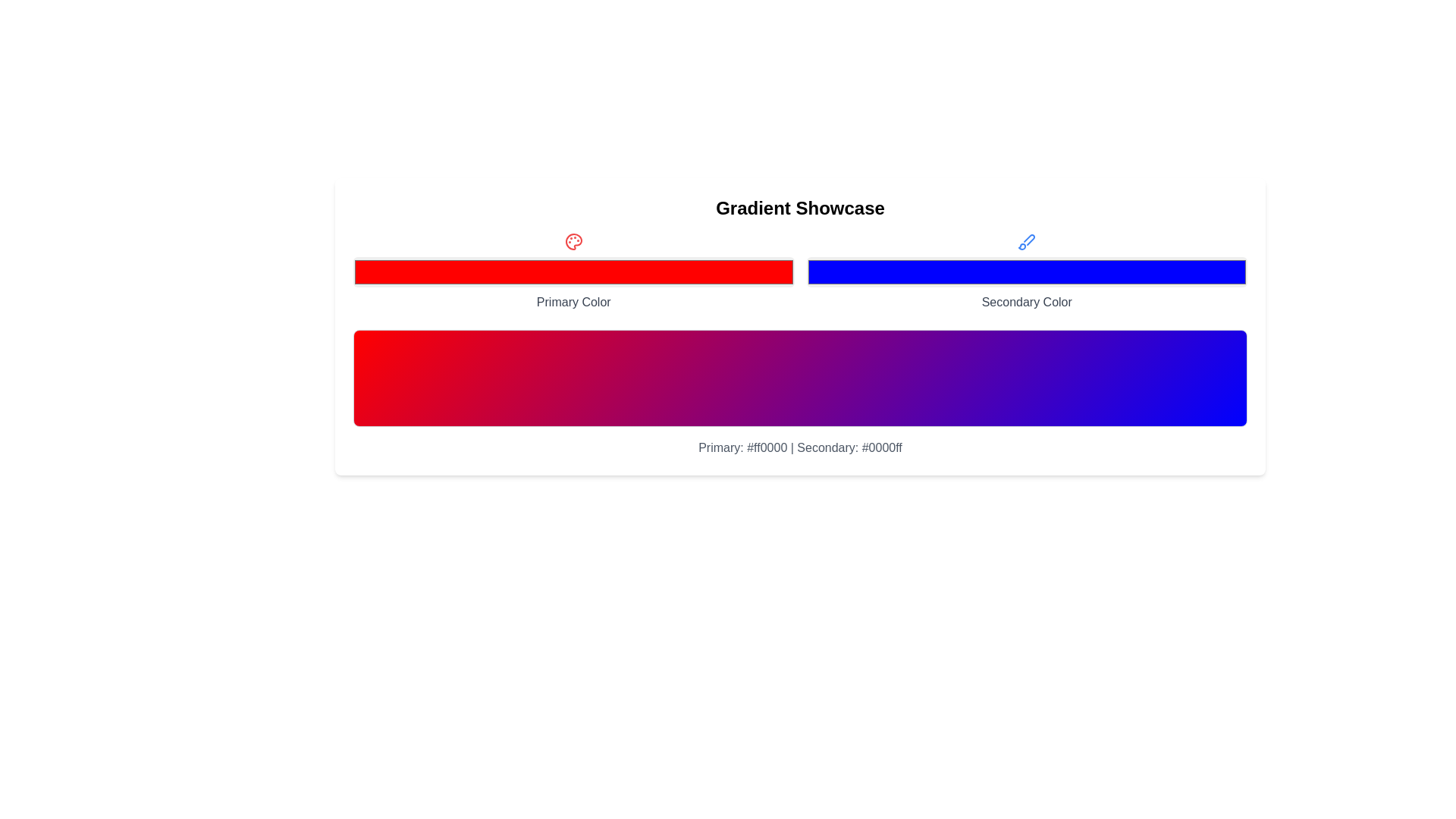 The width and height of the screenshot is (1456, 819). What do you see at coordinates (1027, 302) in the screenshot?
I see `the text label that describes the function of the color picker for selecting the secondary color, which is located below the color picker input field and is horizontally centered` at bounding box center [1027, 302].